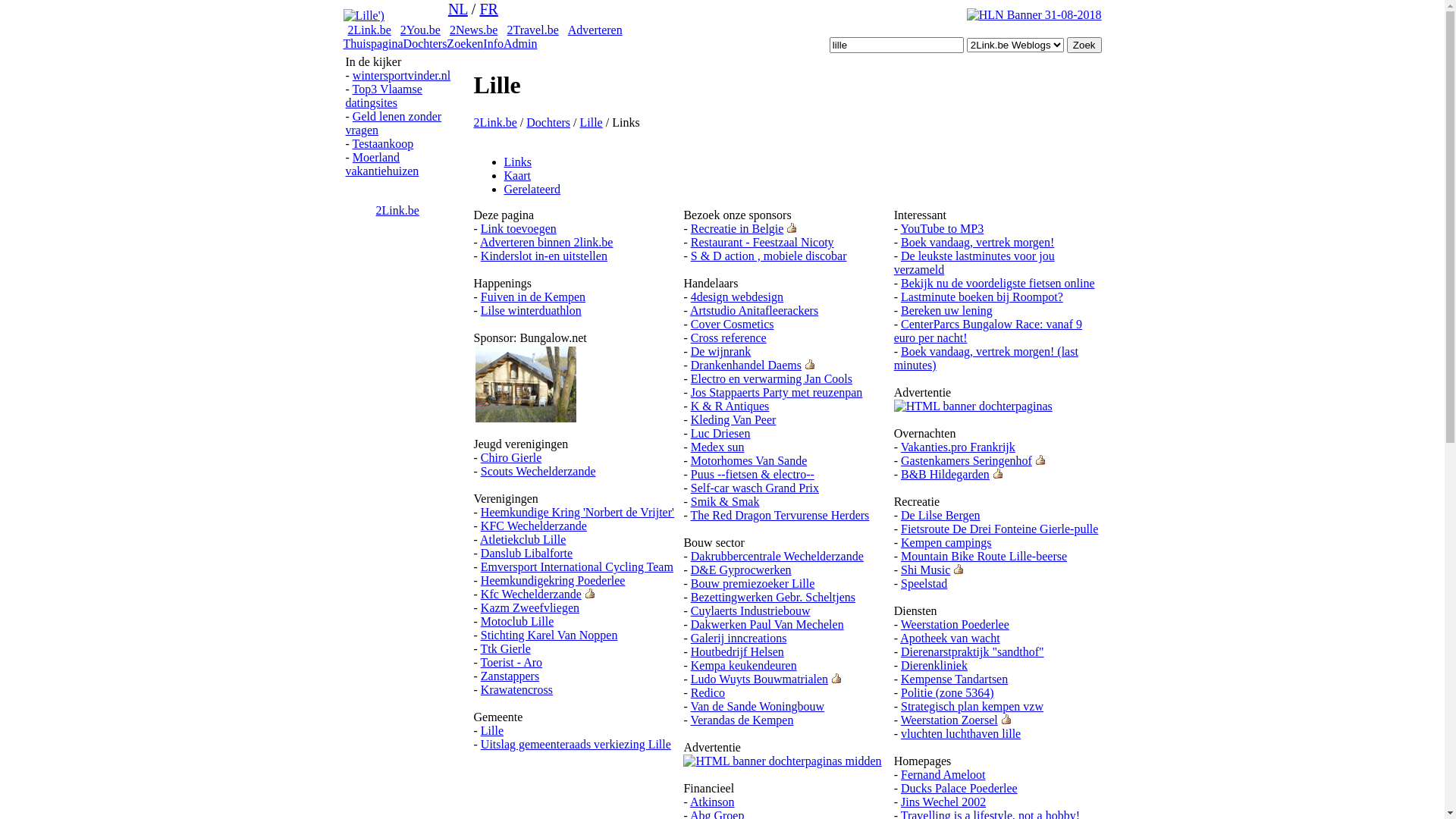  What do you see at coordinates (986, 358) in the screenshot?
I see `'Boek vandaag, vertrek morgen! (last minutes)'` at bounding box center [986, 358].